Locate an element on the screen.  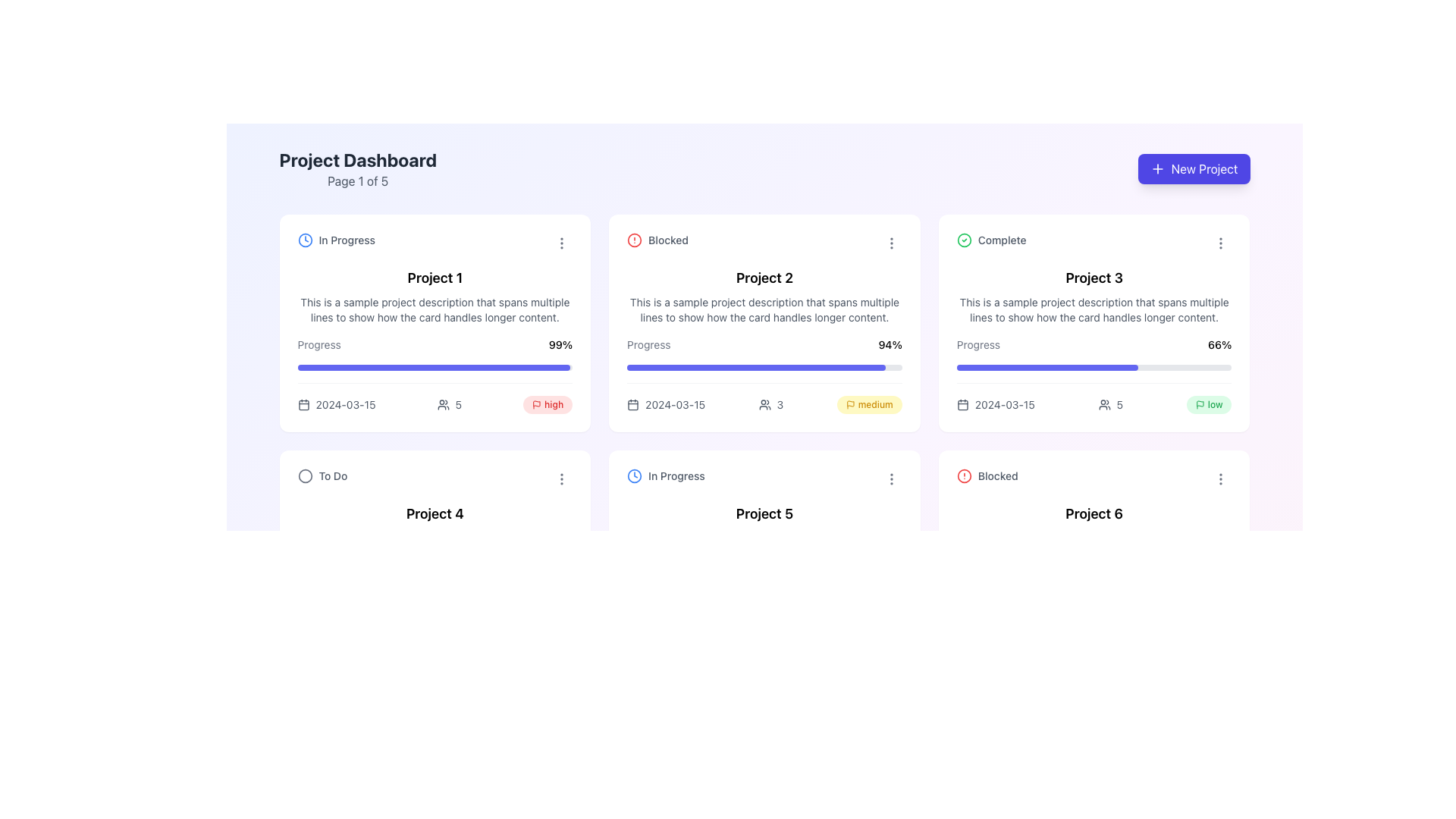
the user icon located to the left of the numeric text displaying '5' within the card for 'Project 3' in the center-right area of the interface is located at coordinates (1104, 403).